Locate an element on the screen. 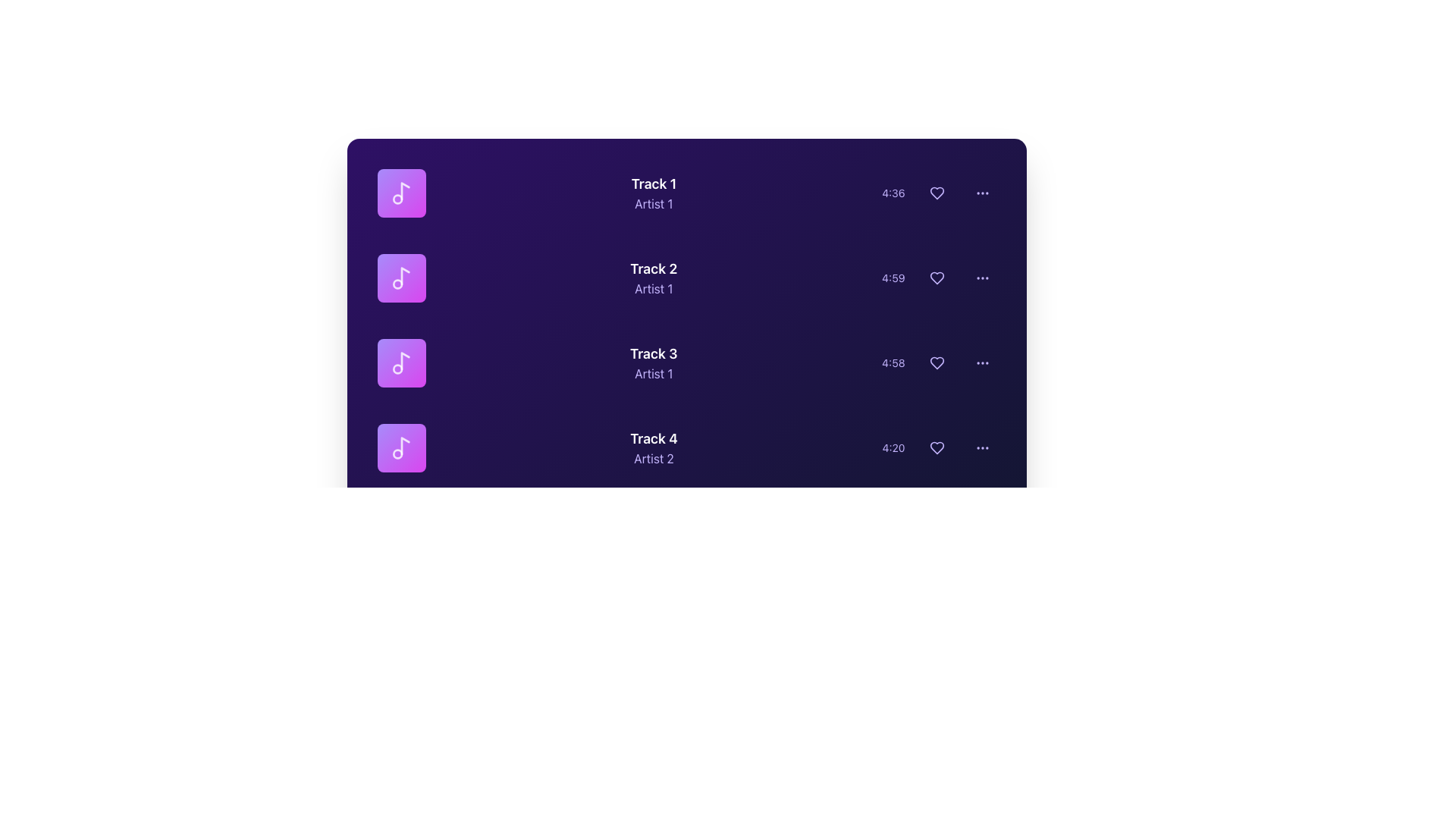 The width and height of the screenshot is (1456, 819). the music note icon representing 'Track 3', which is located at the leftmost part of the list item adjacent to 'Track 3' and 'Artist 1' is located at coordinates (401, 362).